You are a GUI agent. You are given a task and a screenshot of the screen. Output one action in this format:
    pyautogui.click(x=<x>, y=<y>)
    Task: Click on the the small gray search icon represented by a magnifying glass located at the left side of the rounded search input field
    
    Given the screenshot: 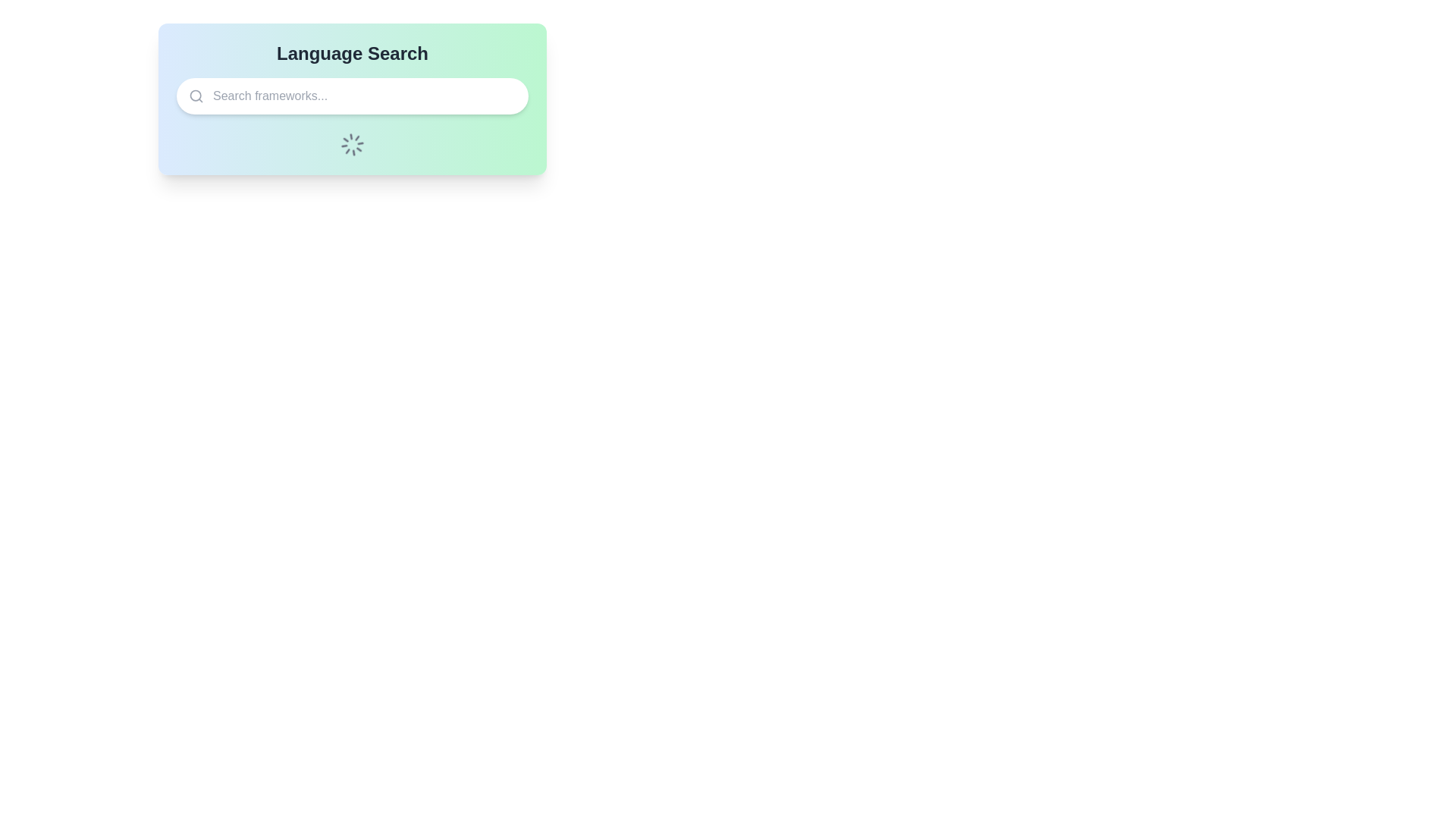 What is the action you would take?
    pyautogui.click(x=196, y=96)
    